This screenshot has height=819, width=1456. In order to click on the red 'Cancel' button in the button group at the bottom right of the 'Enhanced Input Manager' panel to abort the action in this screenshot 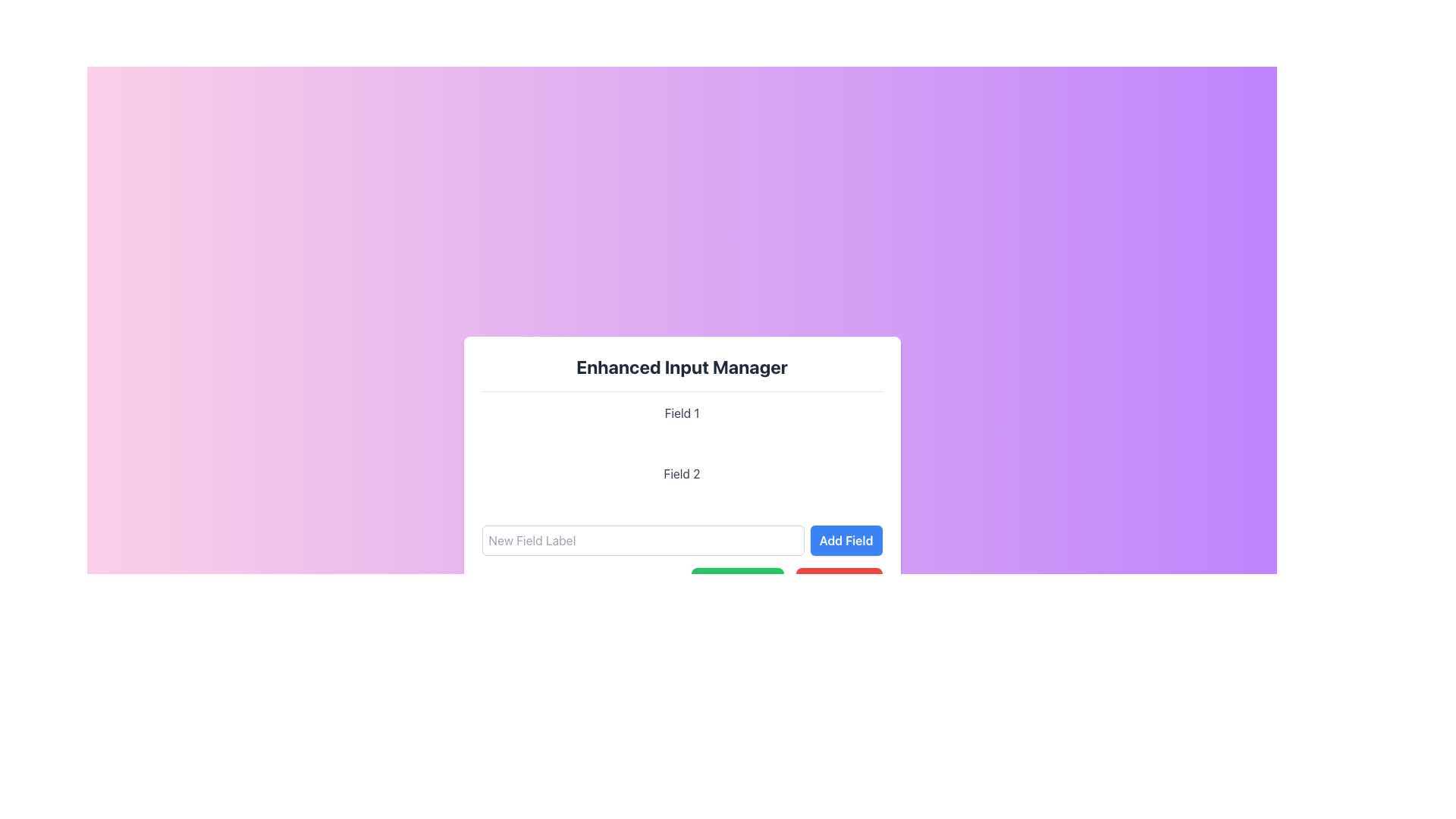, I will do `click(681, 582)`.